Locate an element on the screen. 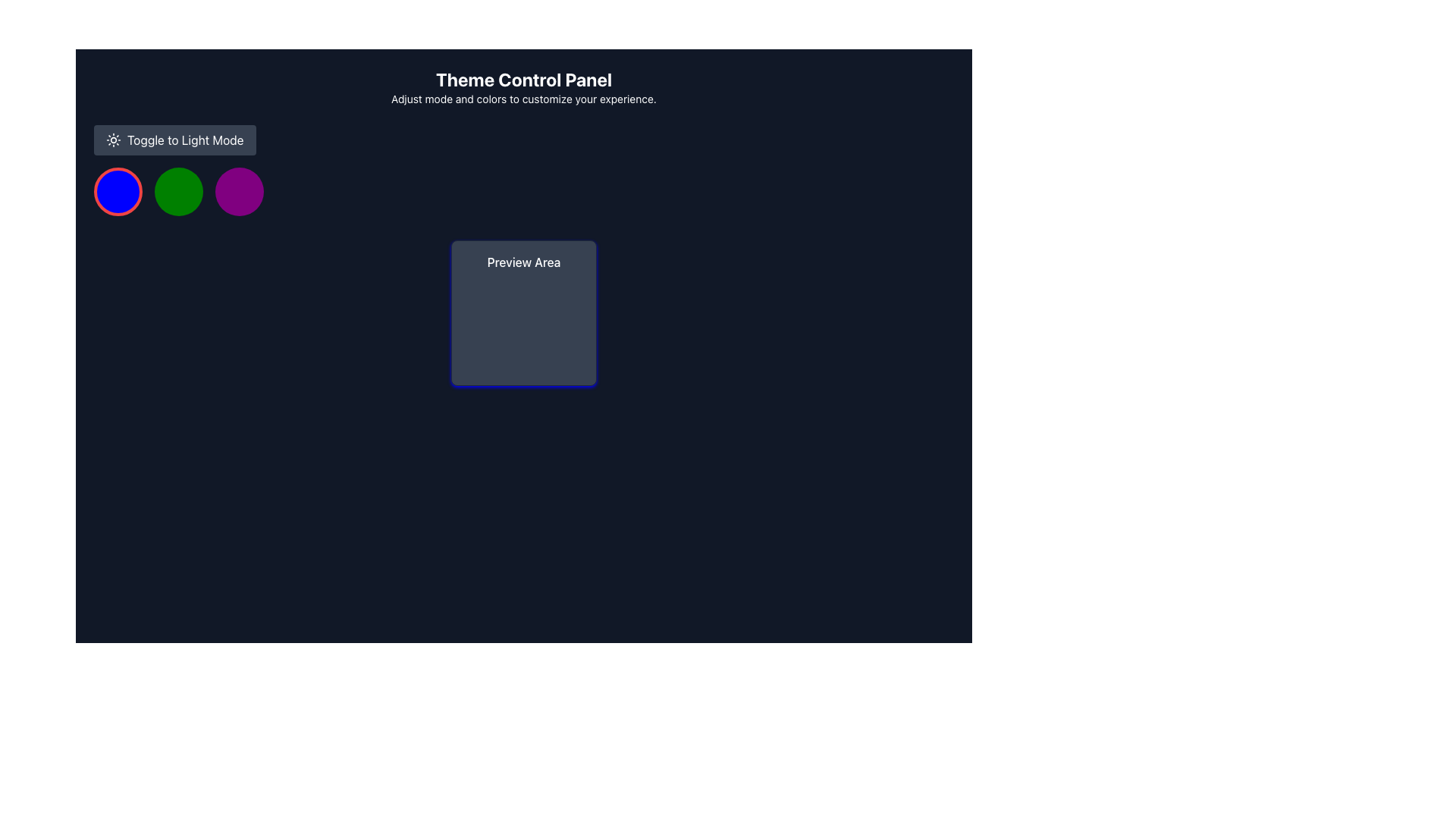  the static text header 'Theme Control Panel' which is prominently displayed at the top center of the interface is located at coordinates (524, 79).